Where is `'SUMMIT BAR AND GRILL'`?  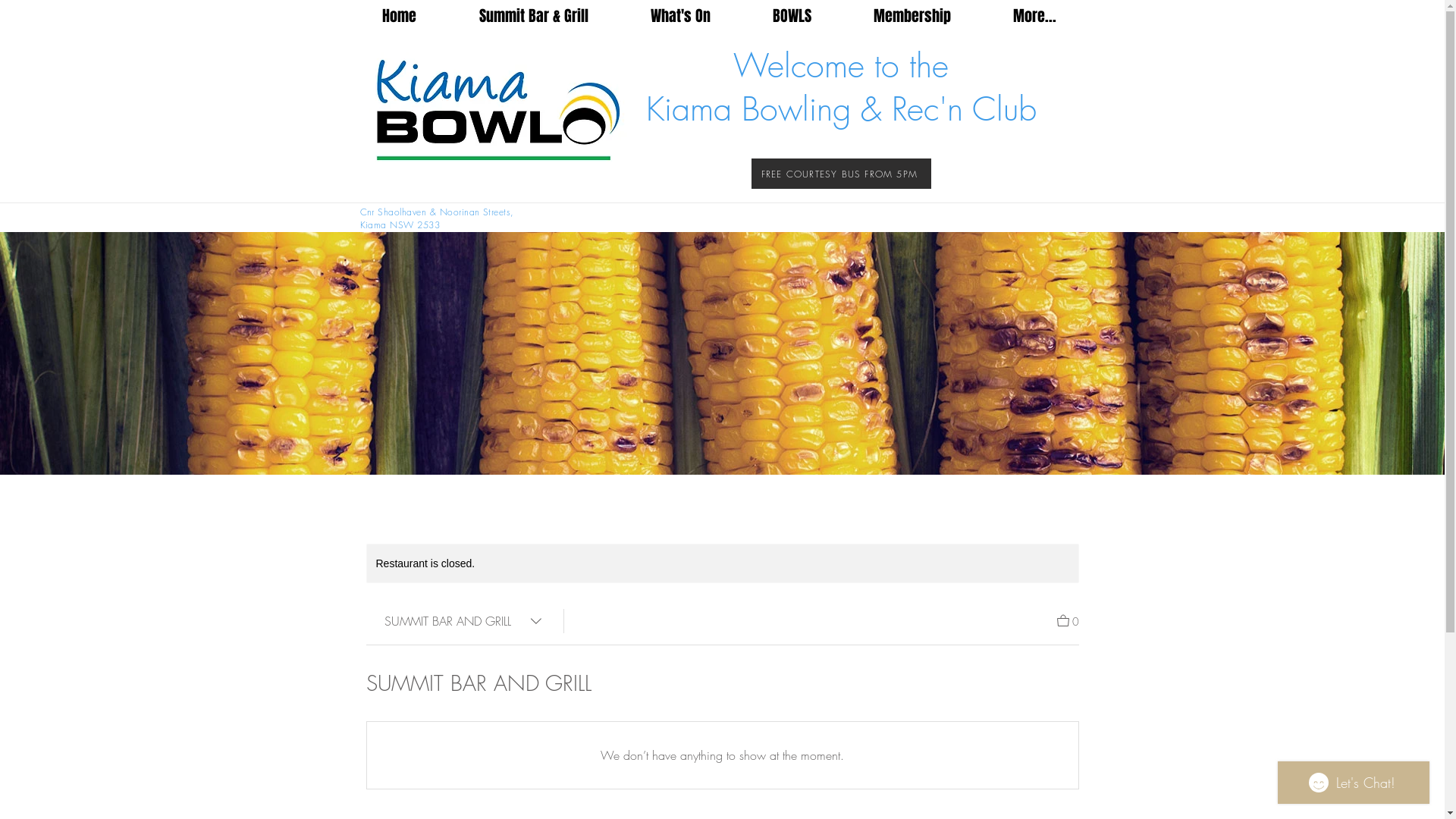
'SUMMIT BAR AND GRILL' is located at coordinates (463, 620).